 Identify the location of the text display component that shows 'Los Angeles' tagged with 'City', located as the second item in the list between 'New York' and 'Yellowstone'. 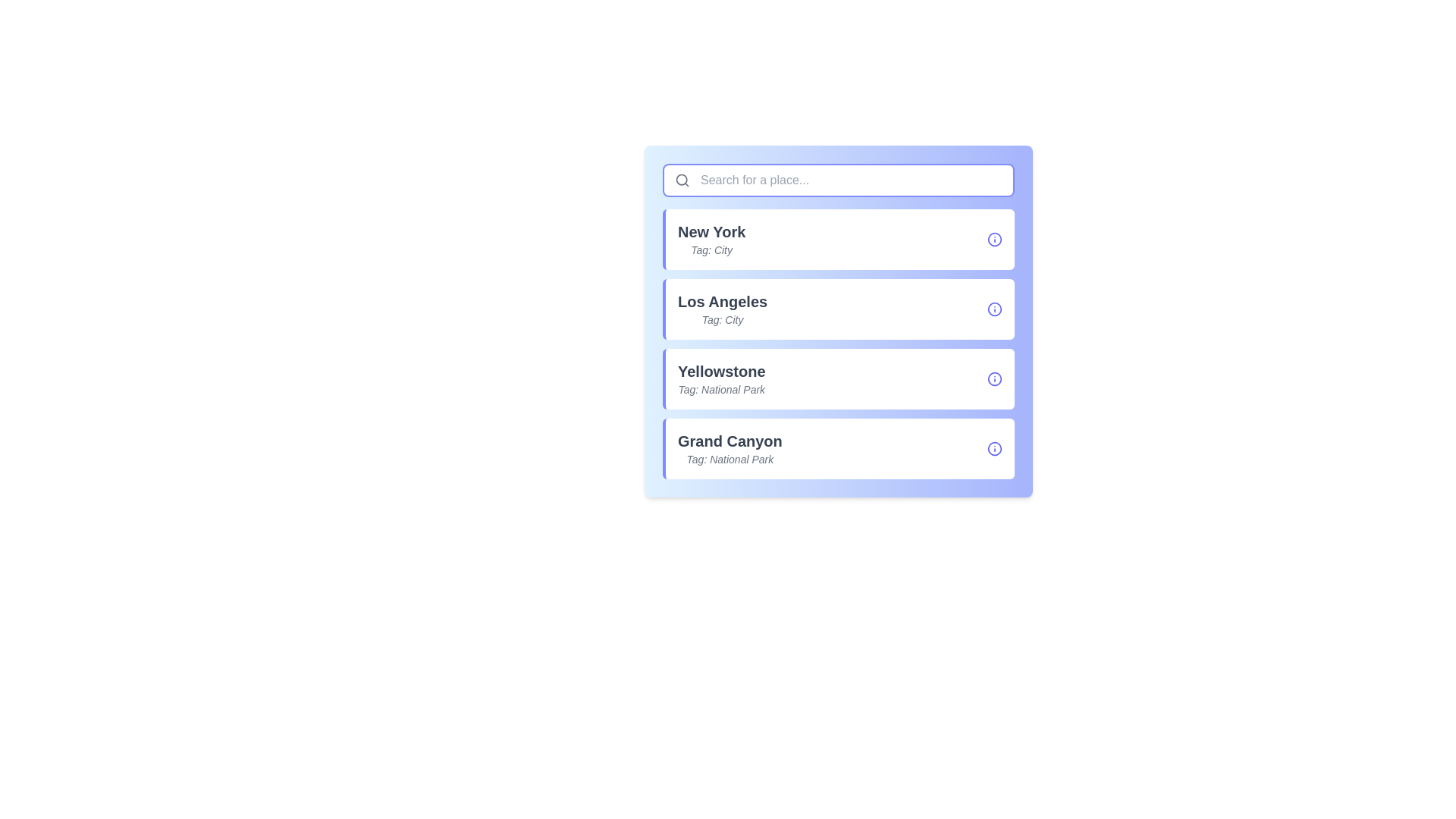
(722, 309).